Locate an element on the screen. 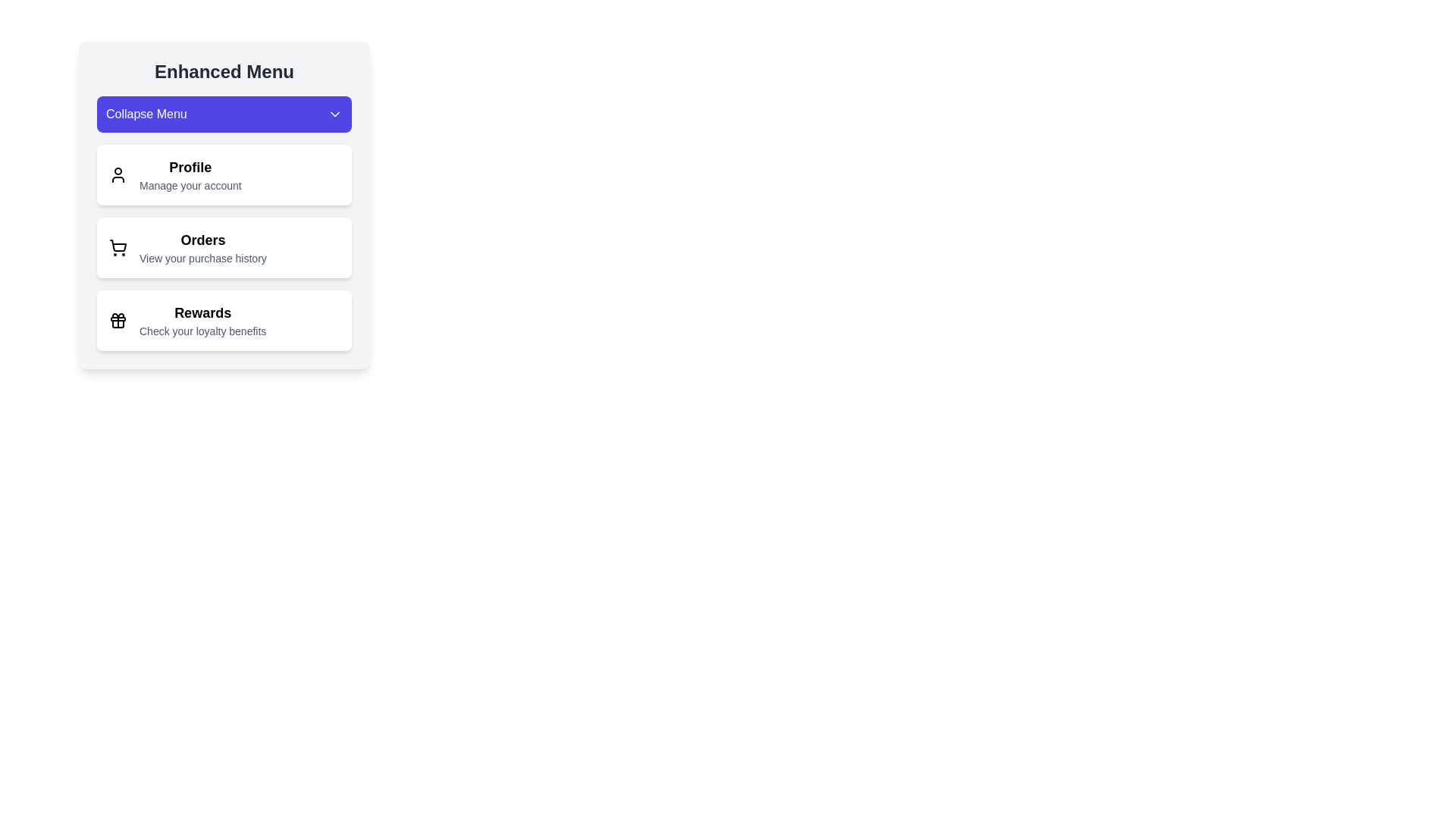  the 'Orders' text block in the Enhanced Menu is located at coordinates (202, 247).